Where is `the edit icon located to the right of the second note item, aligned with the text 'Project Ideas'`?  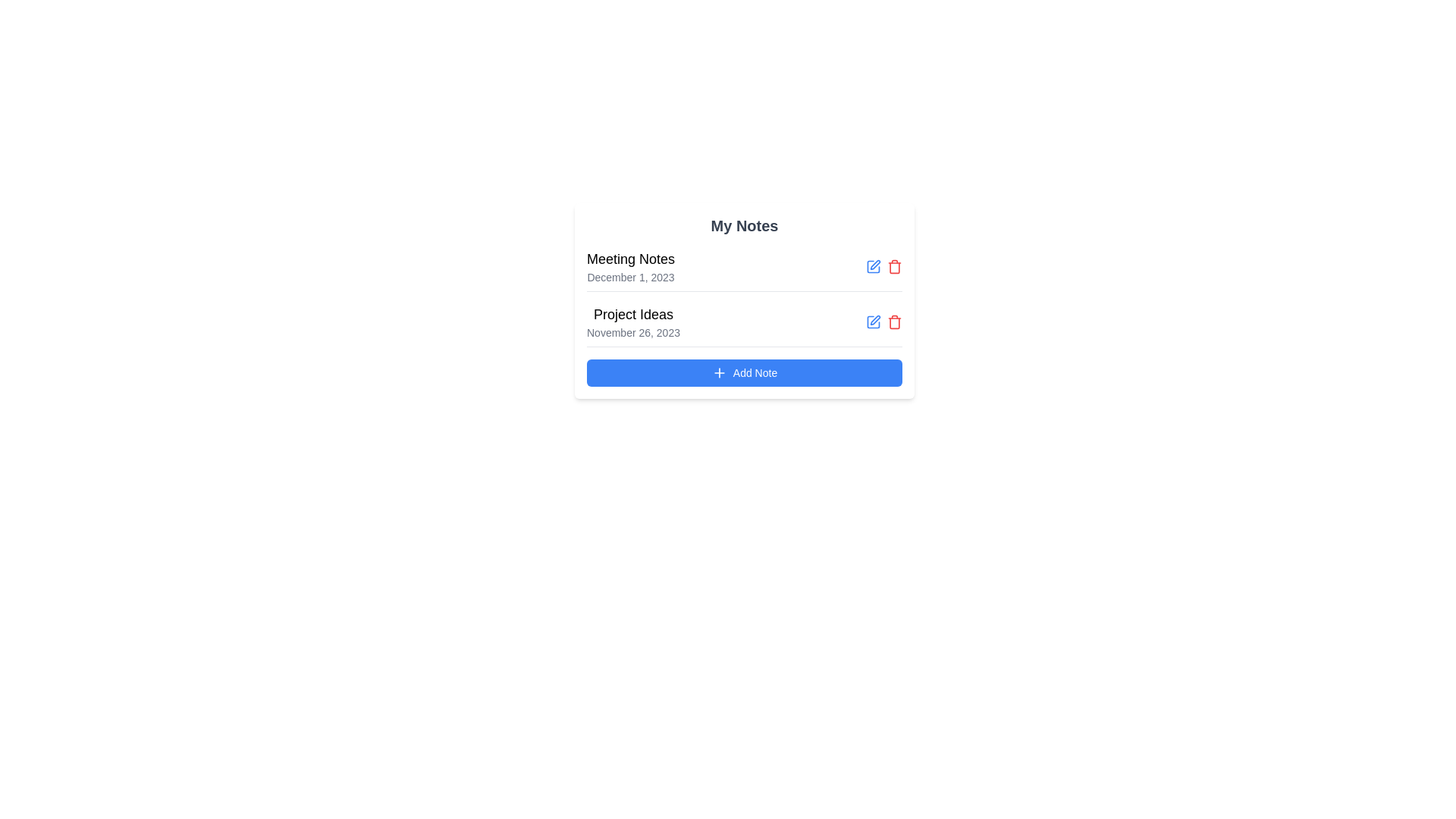 the edit icon located to the right of the second note item, aligned with the text 'Project Ideas' is located at coordinates (875, 319).